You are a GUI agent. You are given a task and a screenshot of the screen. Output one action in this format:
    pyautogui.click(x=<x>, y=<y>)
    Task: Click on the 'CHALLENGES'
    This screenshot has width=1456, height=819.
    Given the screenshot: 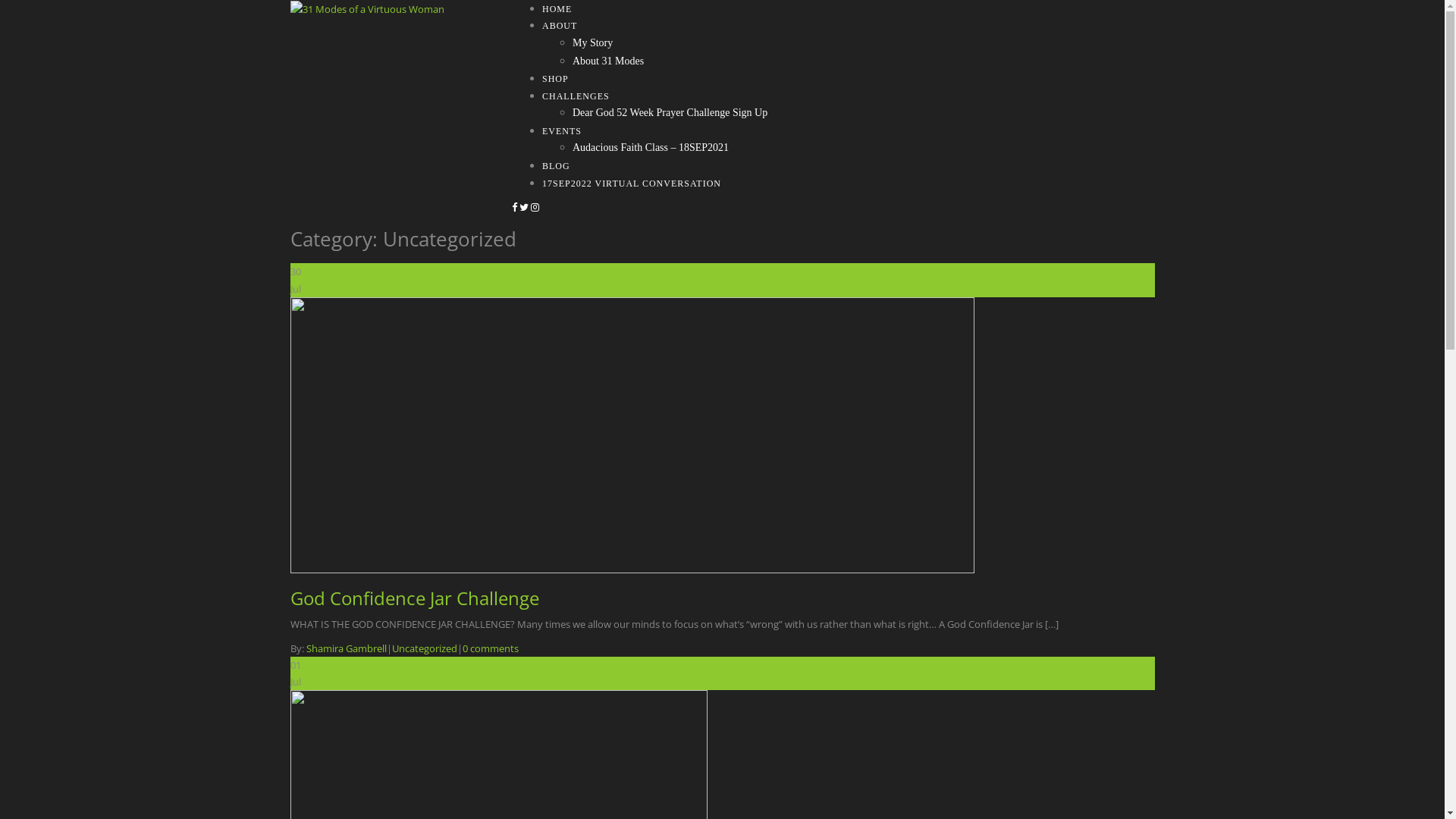 What is the action you would take?
    pyautogui.click(x=575, y=96)
    